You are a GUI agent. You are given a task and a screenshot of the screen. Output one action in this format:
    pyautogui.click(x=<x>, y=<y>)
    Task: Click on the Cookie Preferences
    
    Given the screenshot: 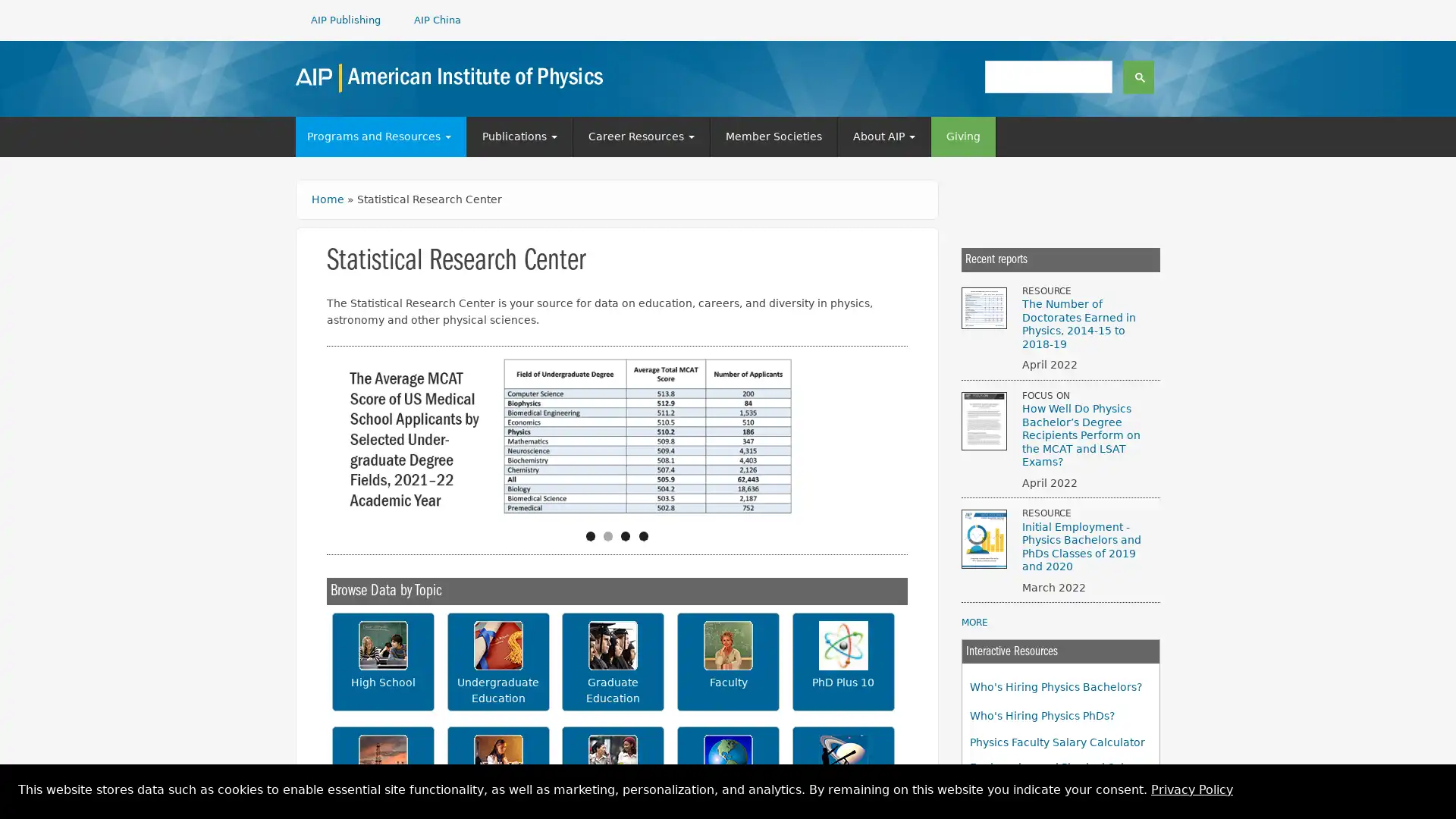 What is the action you would take?
    pyautogui.click(x=1430, y=794)
    